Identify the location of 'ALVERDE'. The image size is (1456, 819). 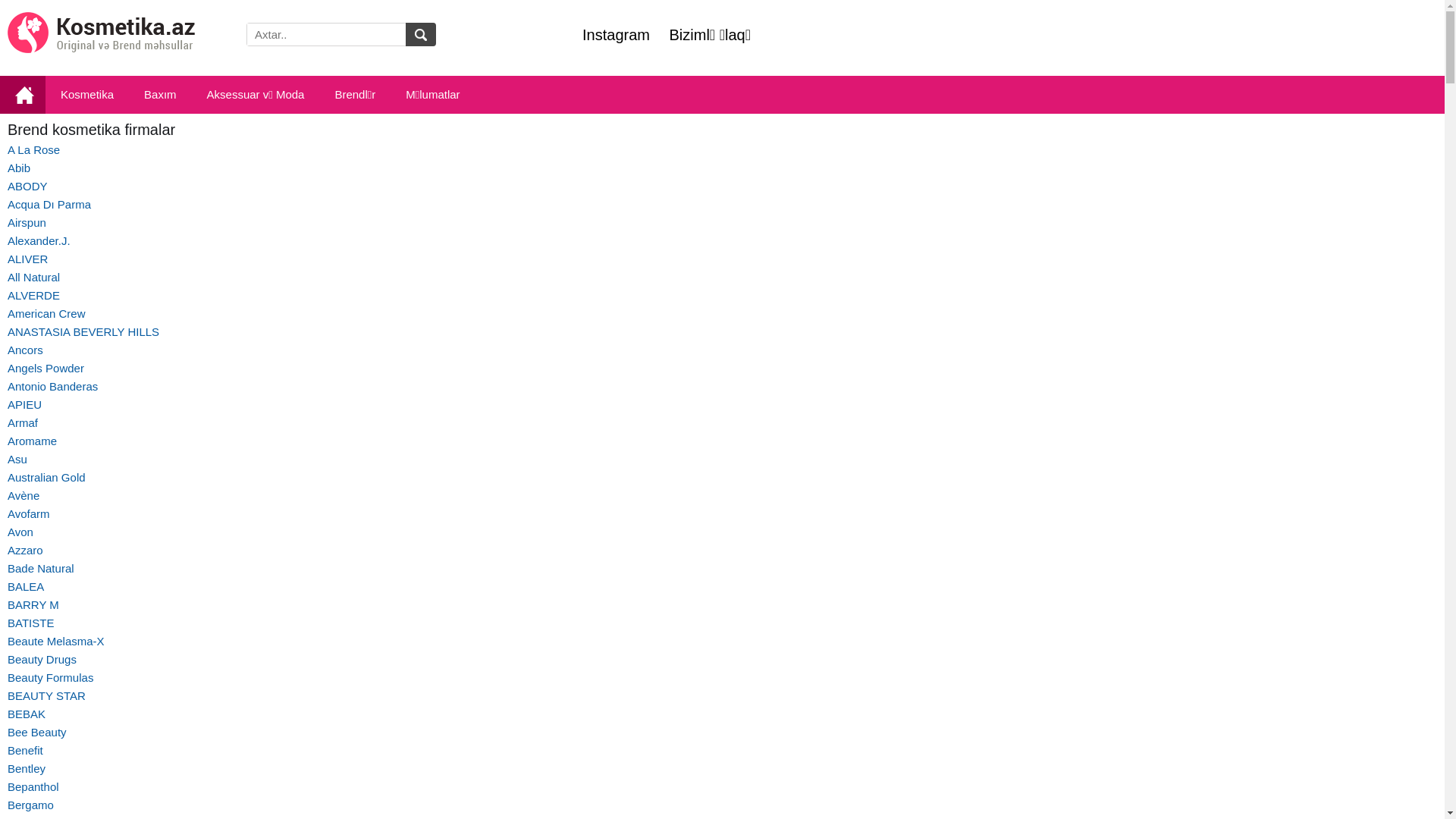
(33, 295).